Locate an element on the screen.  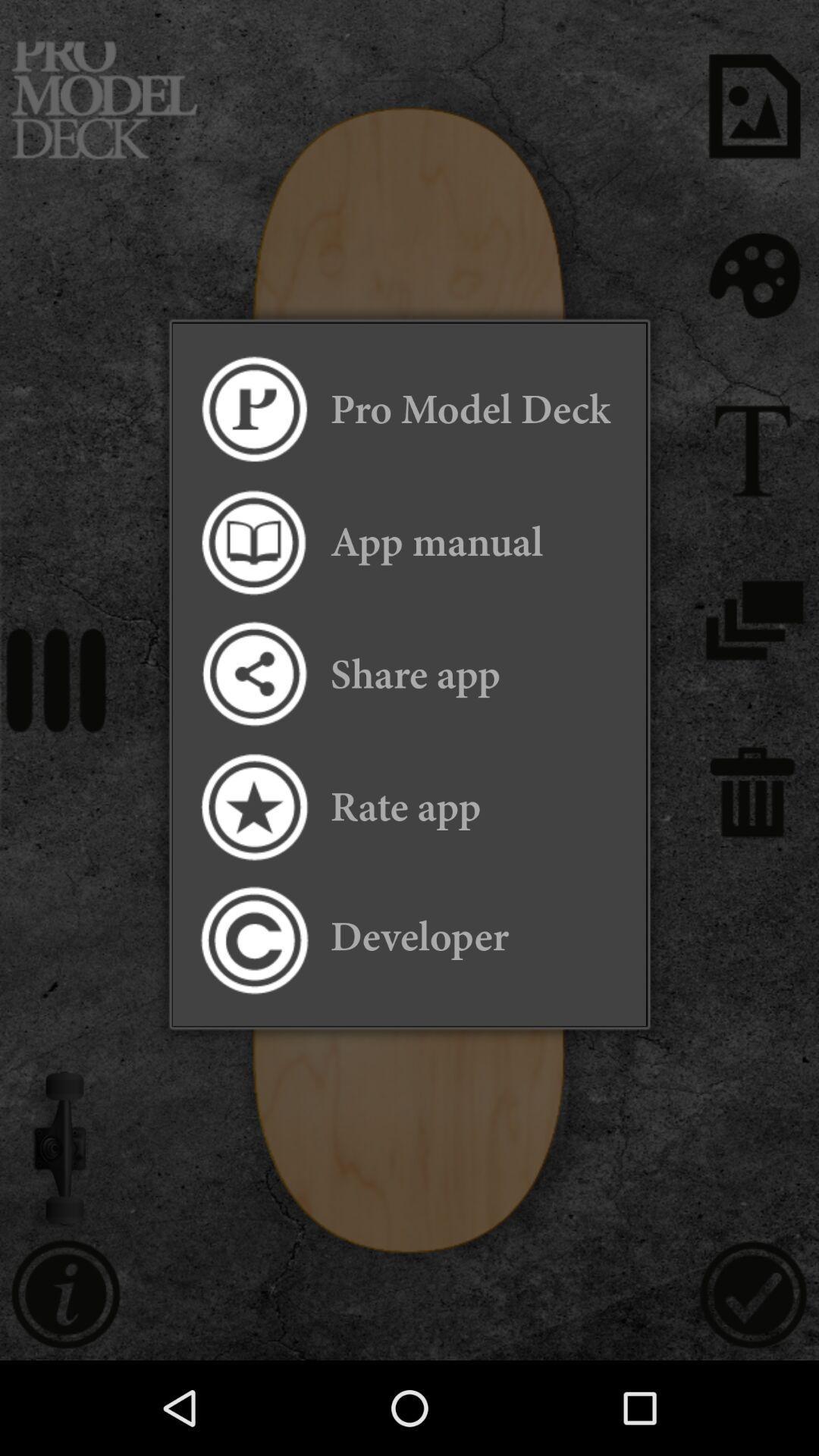
item next to developer icon is located at coordinates (253, 939).